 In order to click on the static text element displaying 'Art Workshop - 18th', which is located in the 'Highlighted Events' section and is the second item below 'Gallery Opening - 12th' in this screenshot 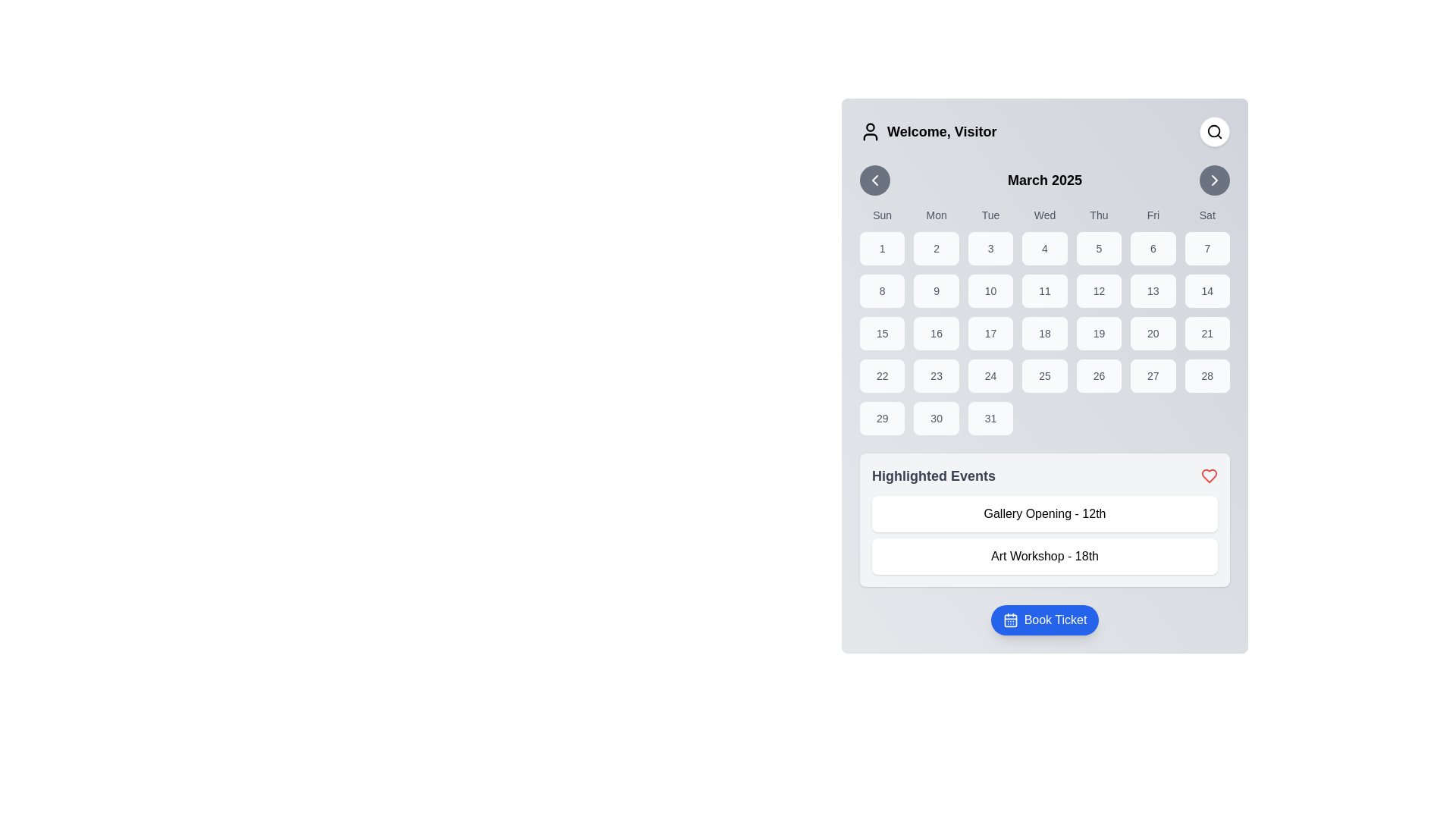, I will do `click(1043, 556)`.